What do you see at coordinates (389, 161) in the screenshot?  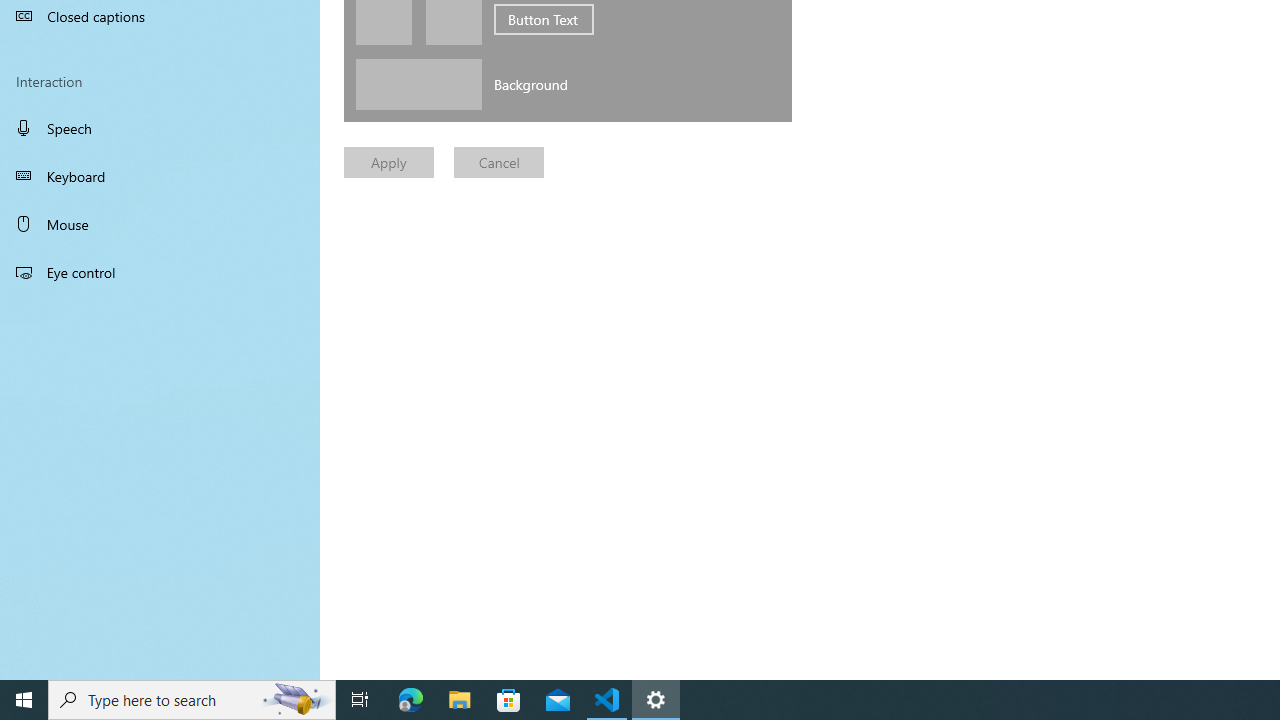 I see `'Apply'` at bounding box center [389, 161].